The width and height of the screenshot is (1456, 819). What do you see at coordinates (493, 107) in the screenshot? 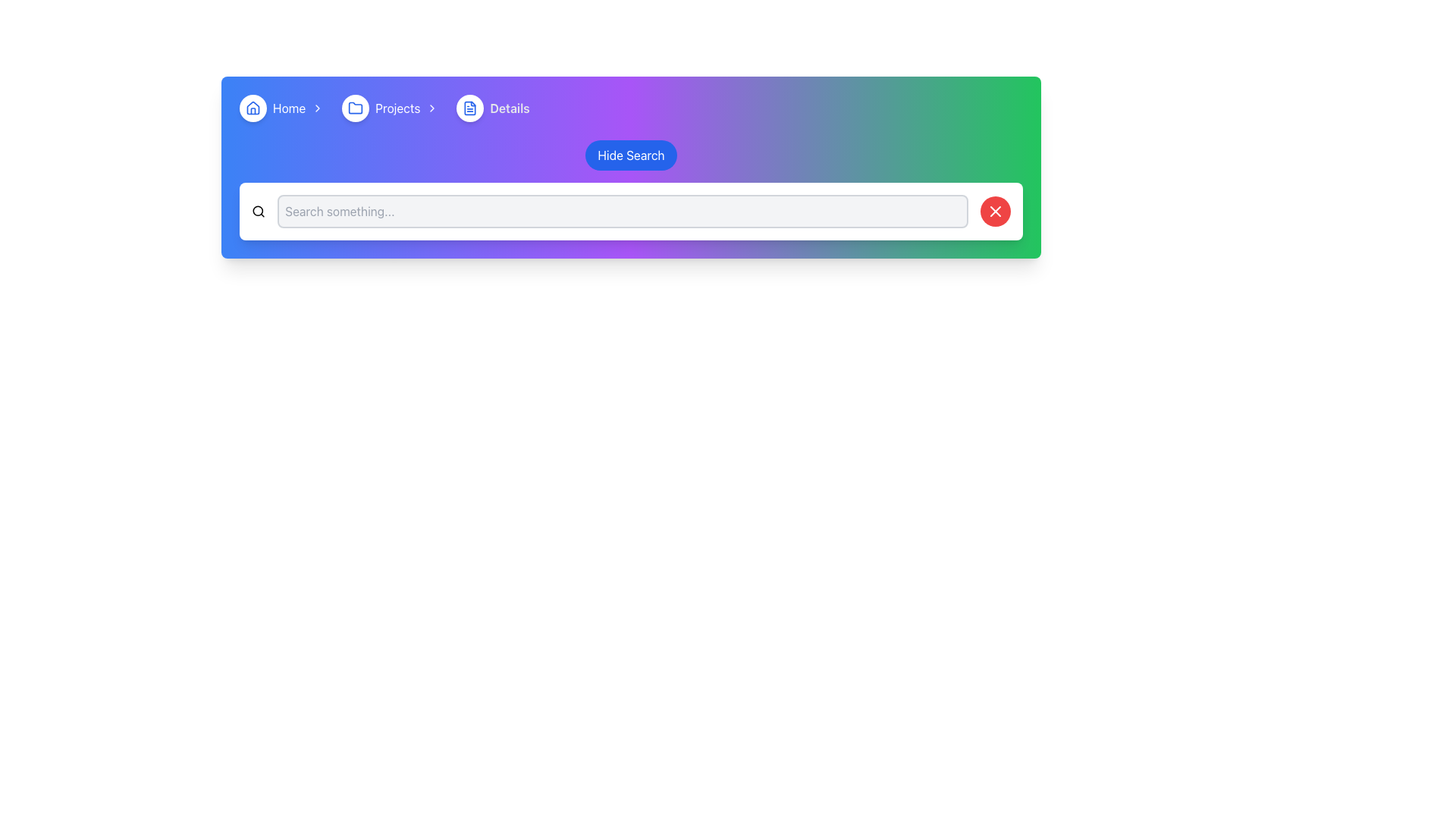
I see `the 'Details' text in the Breadcrumb Link Section` at bounding box center [493, 107].